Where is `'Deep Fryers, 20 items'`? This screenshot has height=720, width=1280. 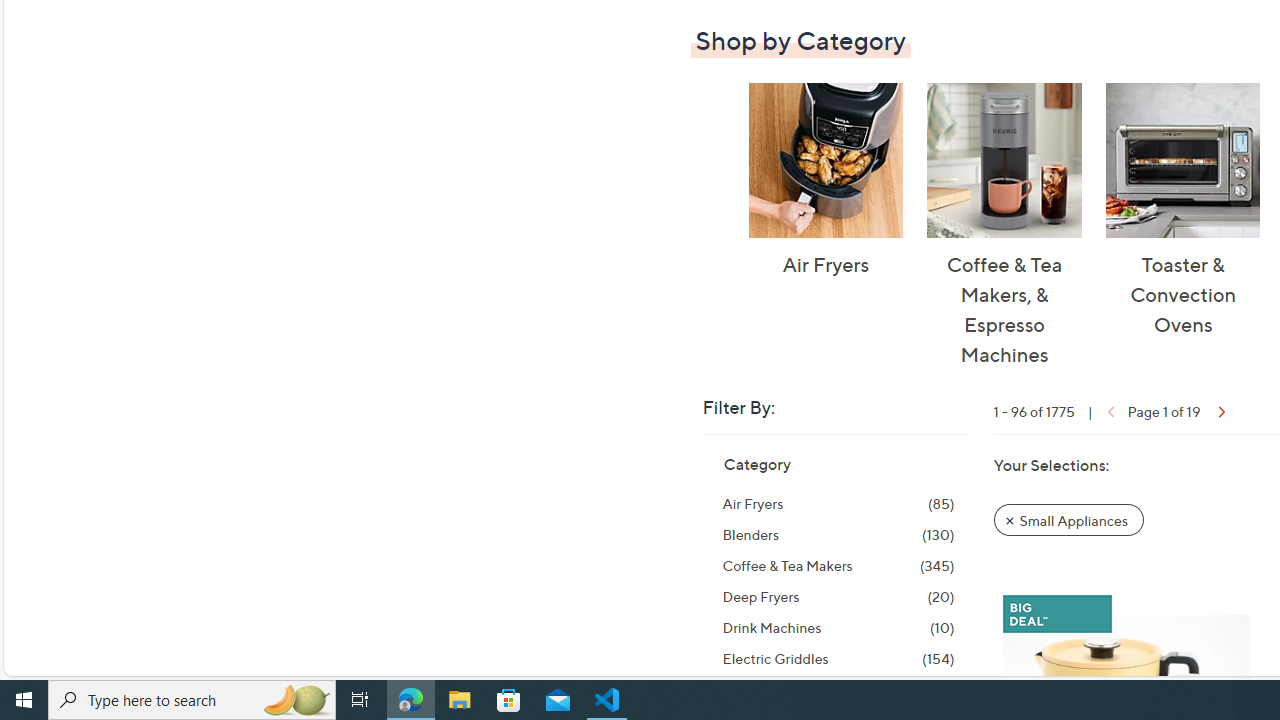
'Deep Fryers, 20 items' is located at coordinates (838, 595).